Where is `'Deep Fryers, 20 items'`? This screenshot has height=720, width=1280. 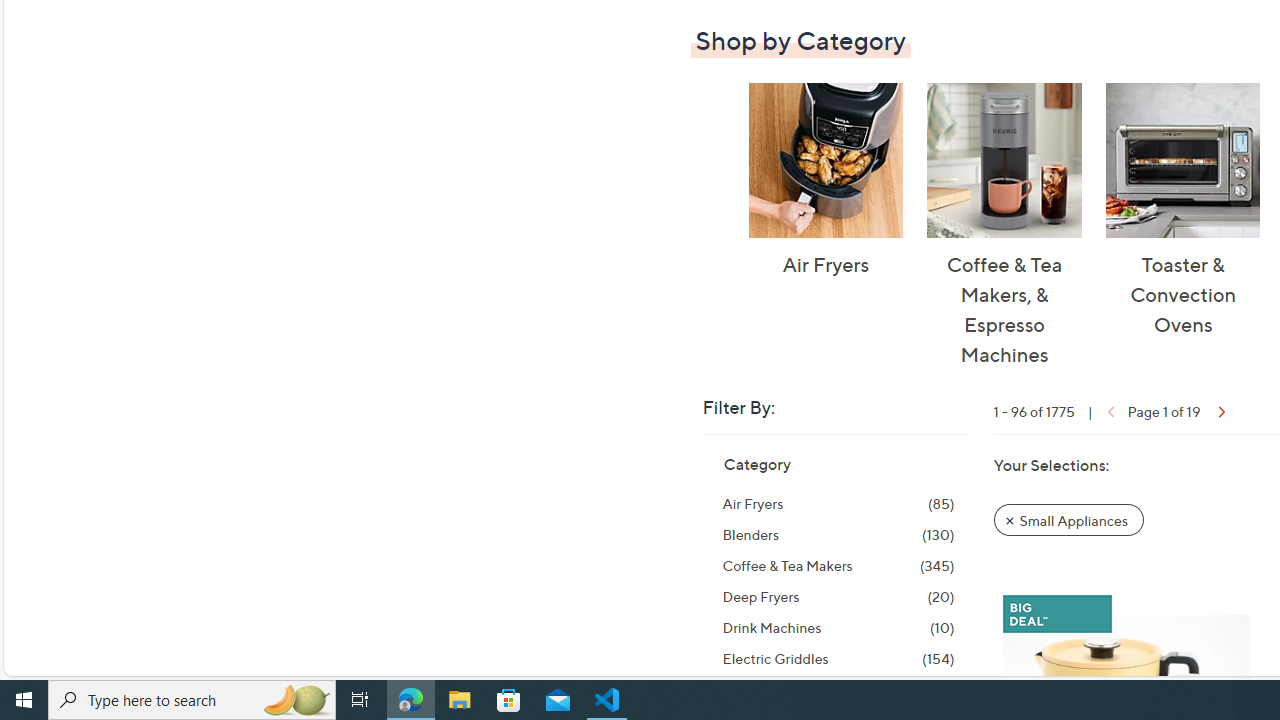
'Deep Fryers, 20 items' is located at coordinates (838, 595).